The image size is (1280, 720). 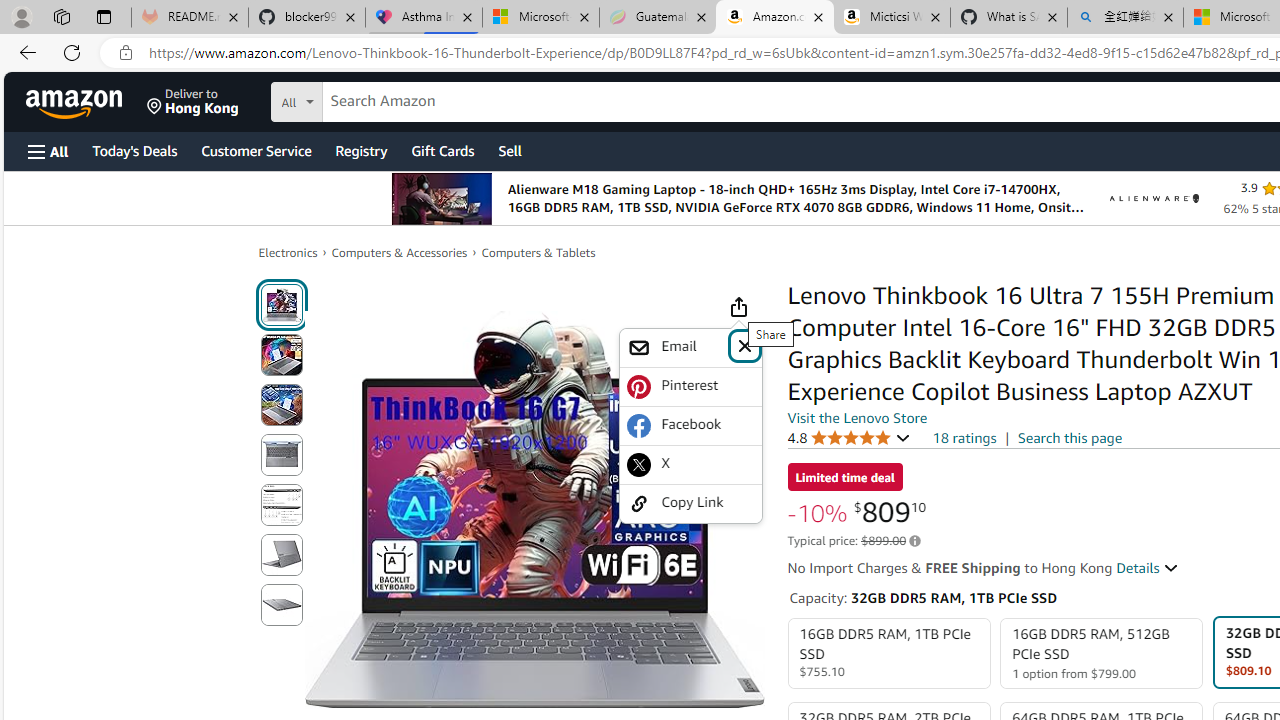 What do you see at coordinates (538, 251) in the screenshot?
I see `'Computers & Tablets'` at bounding box center [538, 251].